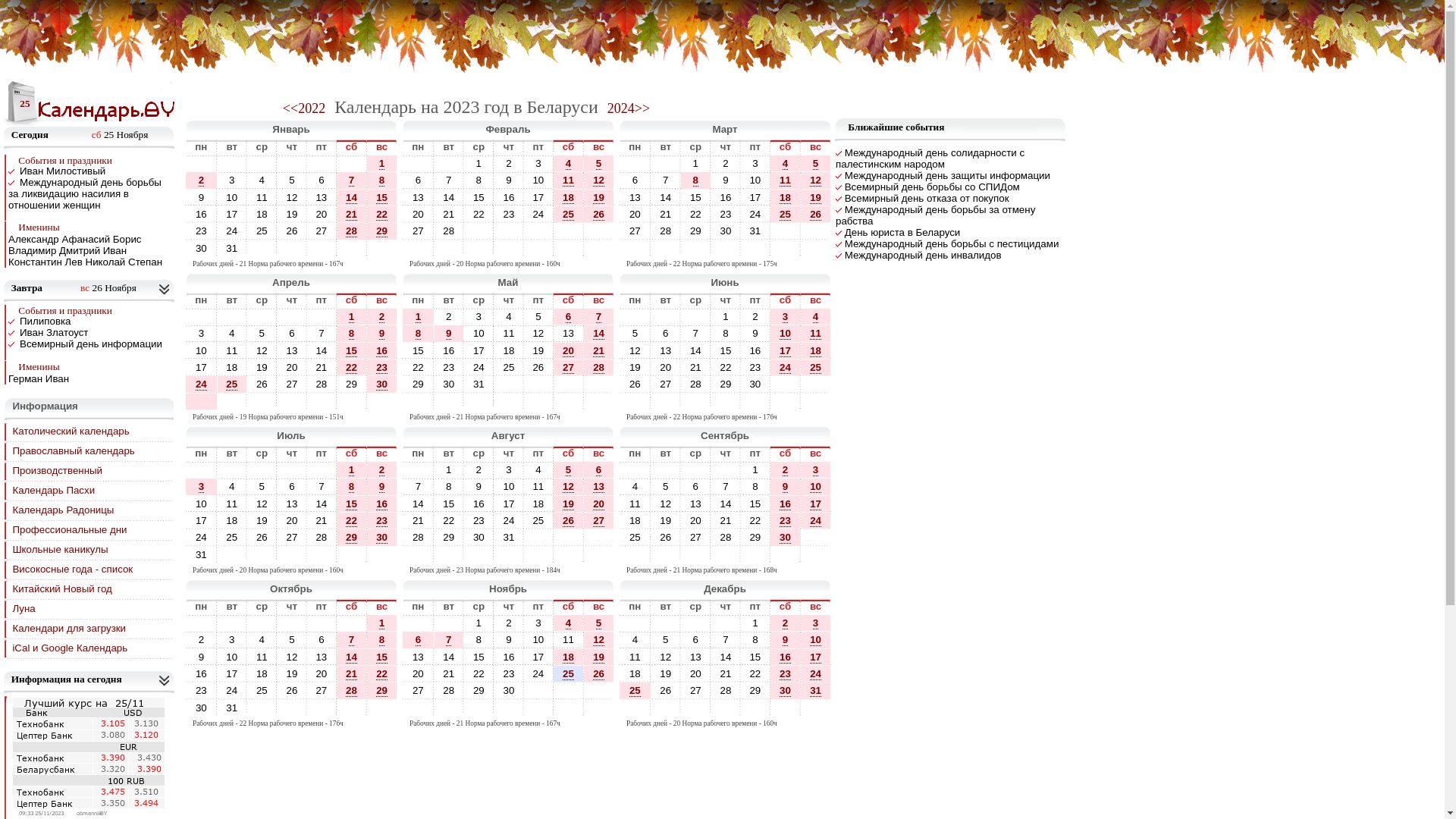  Describe the element at coordinates (665, 656) in the screenshot. I see `'12'` at that location.